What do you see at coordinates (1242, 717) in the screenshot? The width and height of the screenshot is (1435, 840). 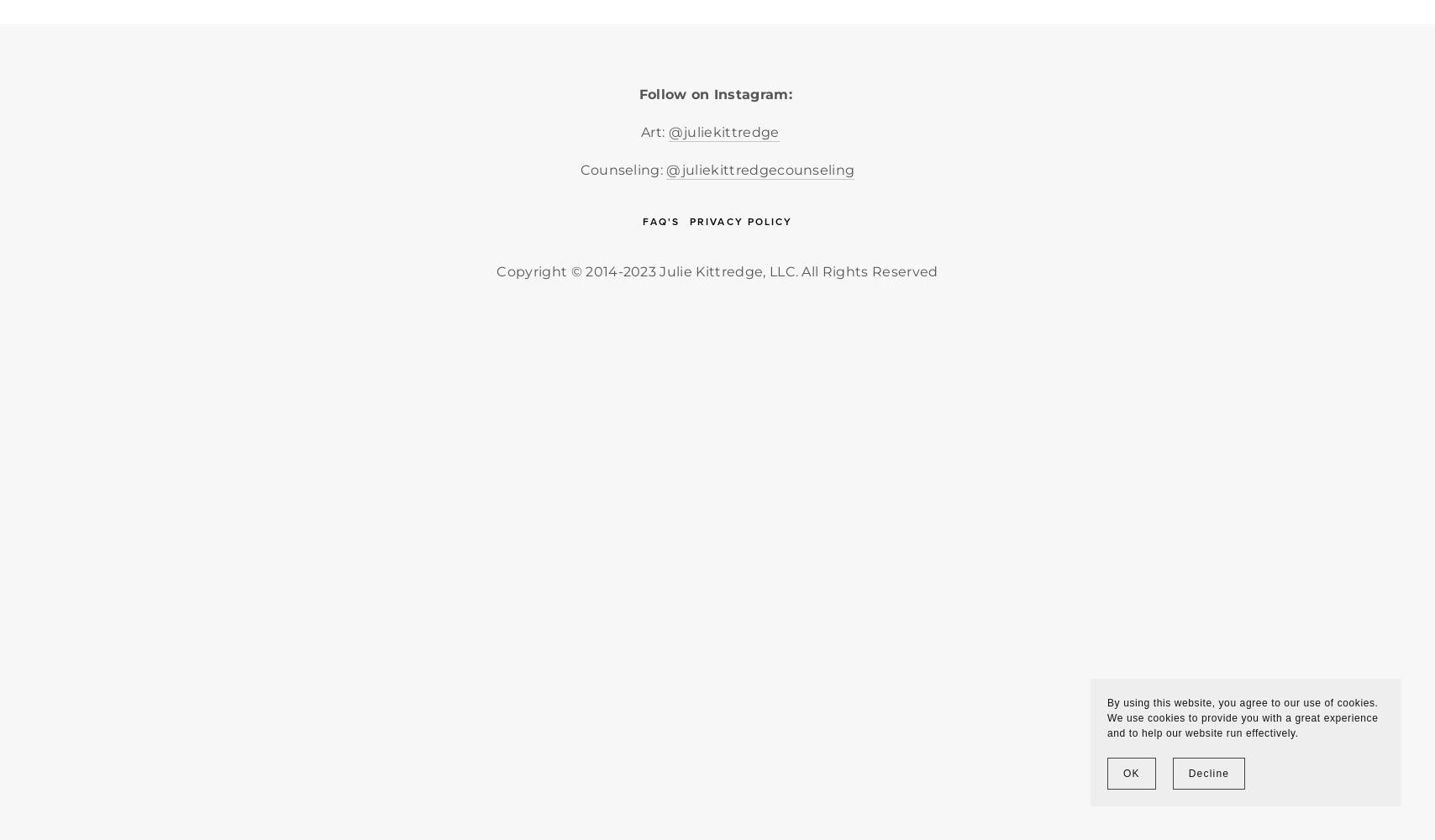 I see `'By using this website, you agree to our use of cookies. We use cookies to provide you with a great experience and to help our website run effectively.'` at bounding box center [1242, 717].